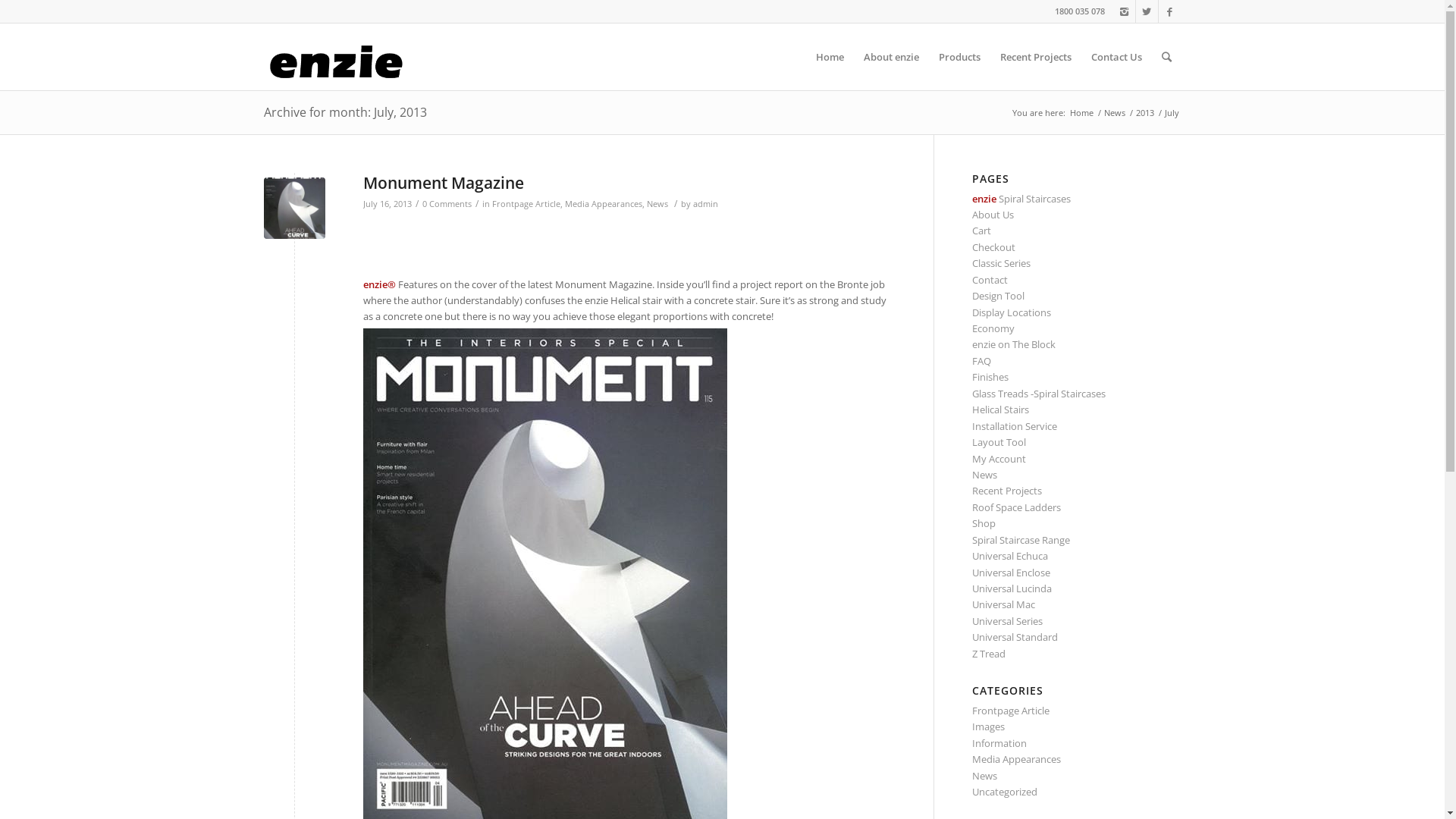 This screenshot has height=819, width=1456. Describe the element at coordinates (828, 55) in the screenshot. I see `'Home'` at that location.